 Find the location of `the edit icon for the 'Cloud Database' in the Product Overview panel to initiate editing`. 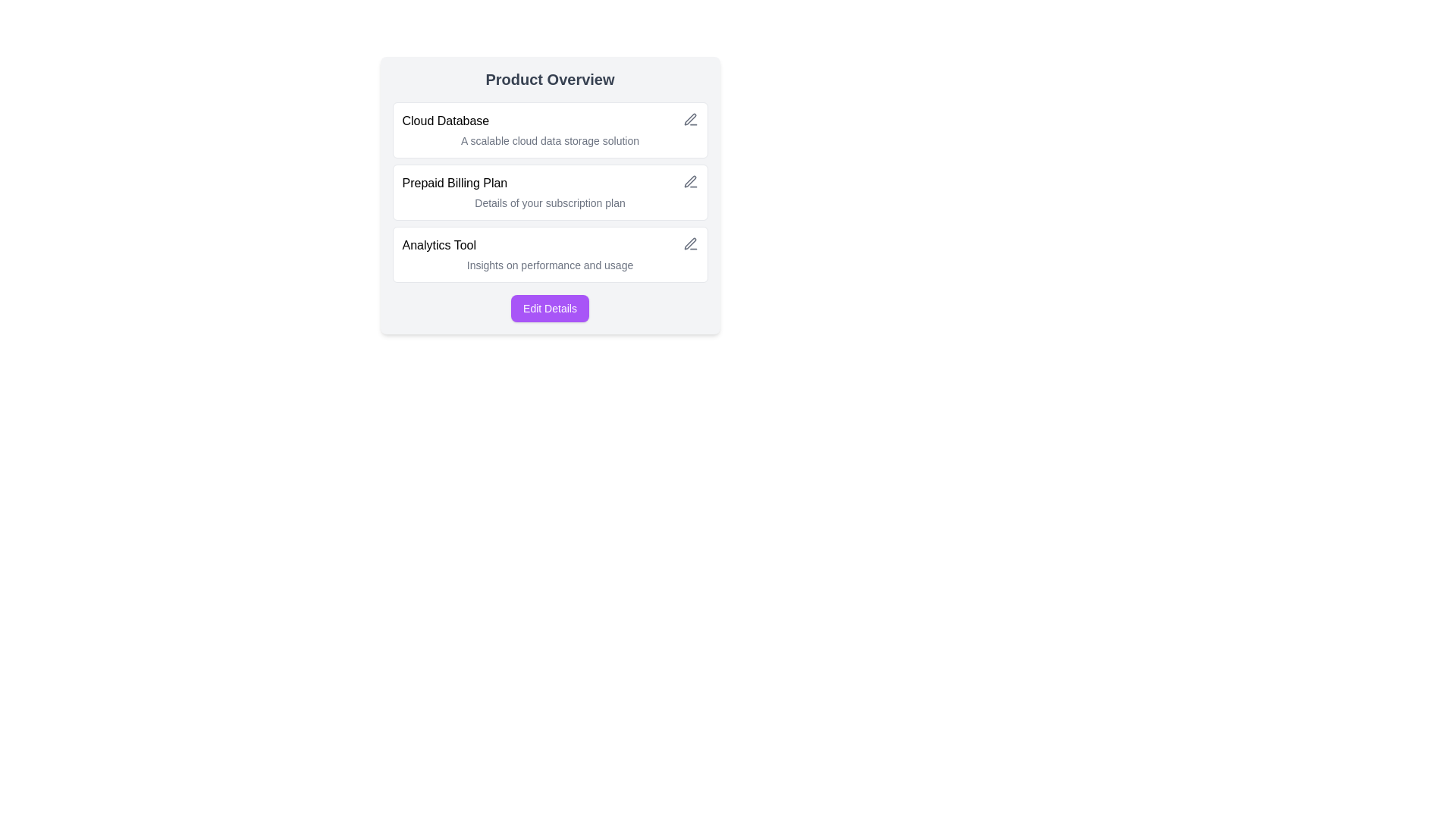

the edit icon for the 'Cloud Database' in the Product Overview panel to initiate editing is located at coordinates (689, 119).